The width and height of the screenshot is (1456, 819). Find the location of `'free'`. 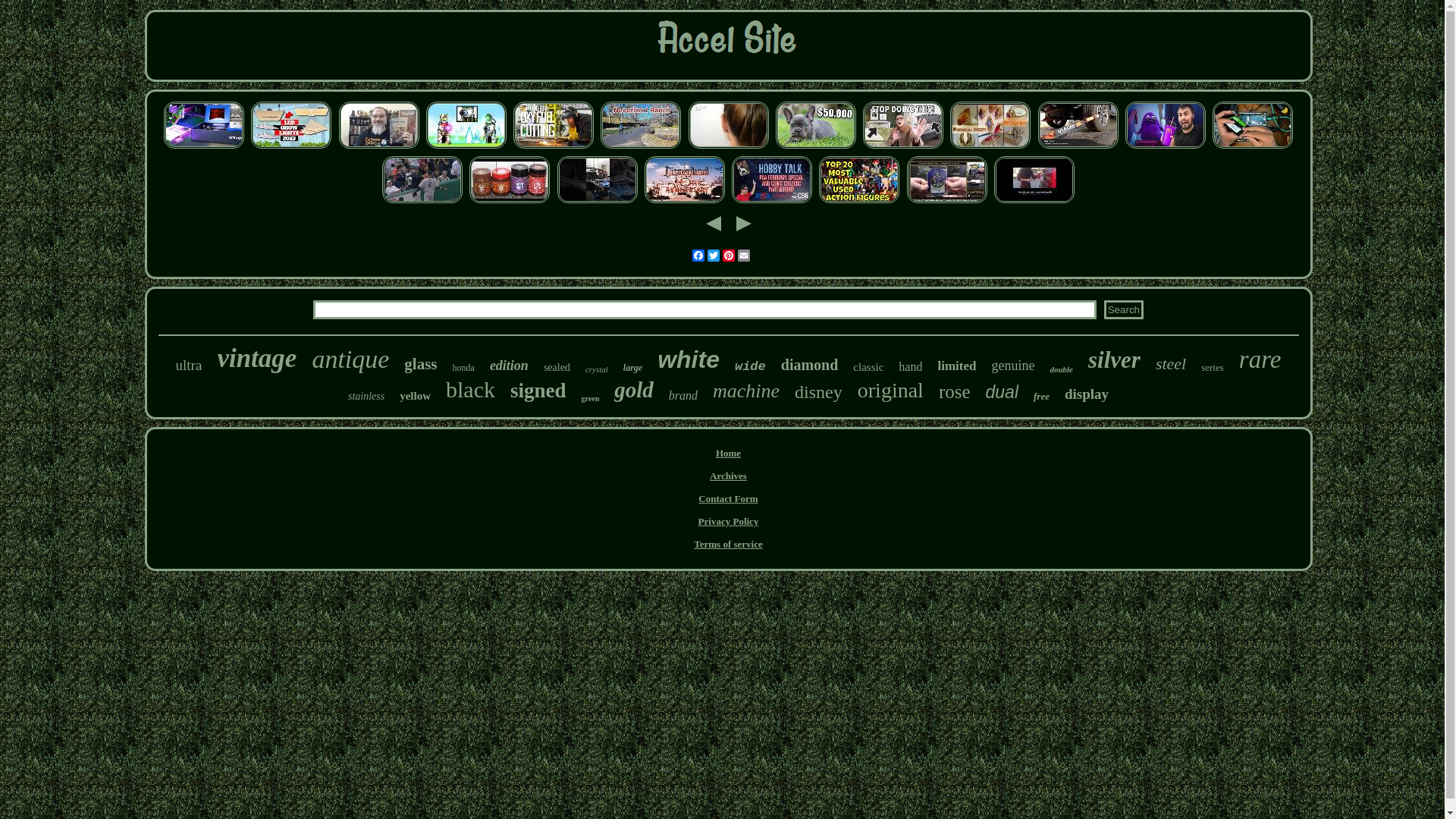

'free' is located at coordinates (1033, 396).